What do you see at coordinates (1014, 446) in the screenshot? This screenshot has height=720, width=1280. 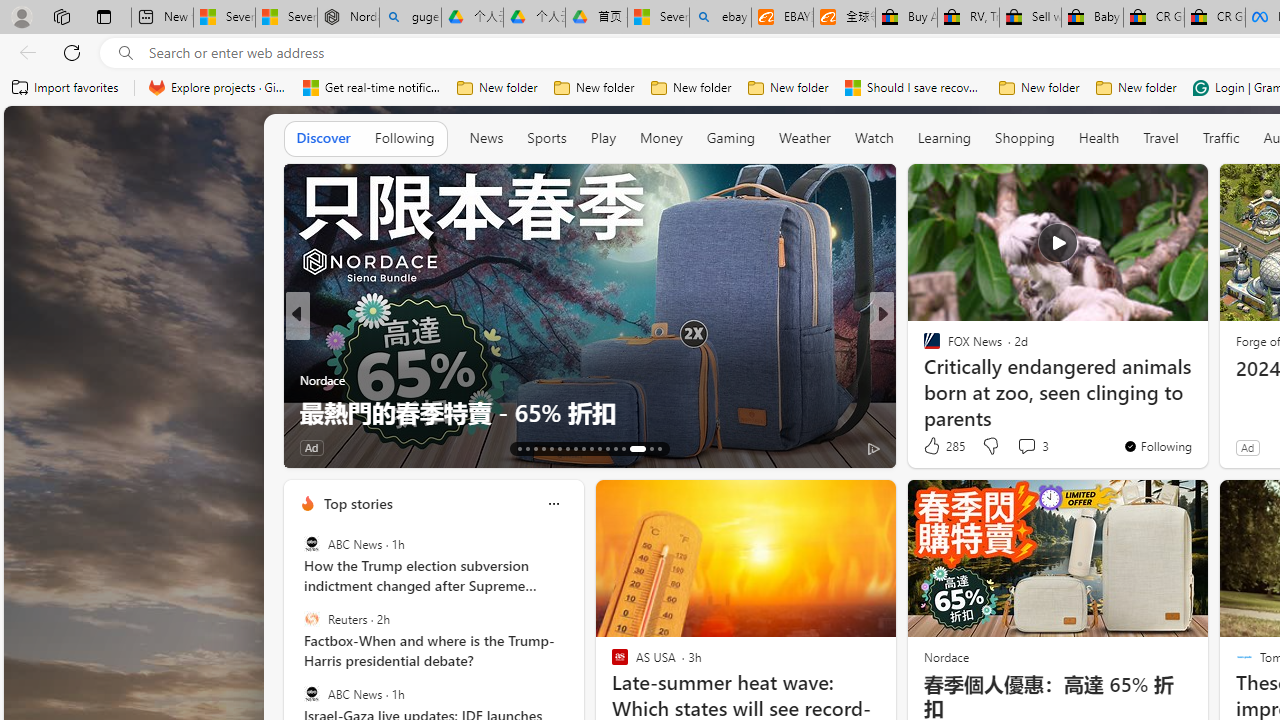 I see `'View comments 2 Comment'` at bounding box center [1014, 446].